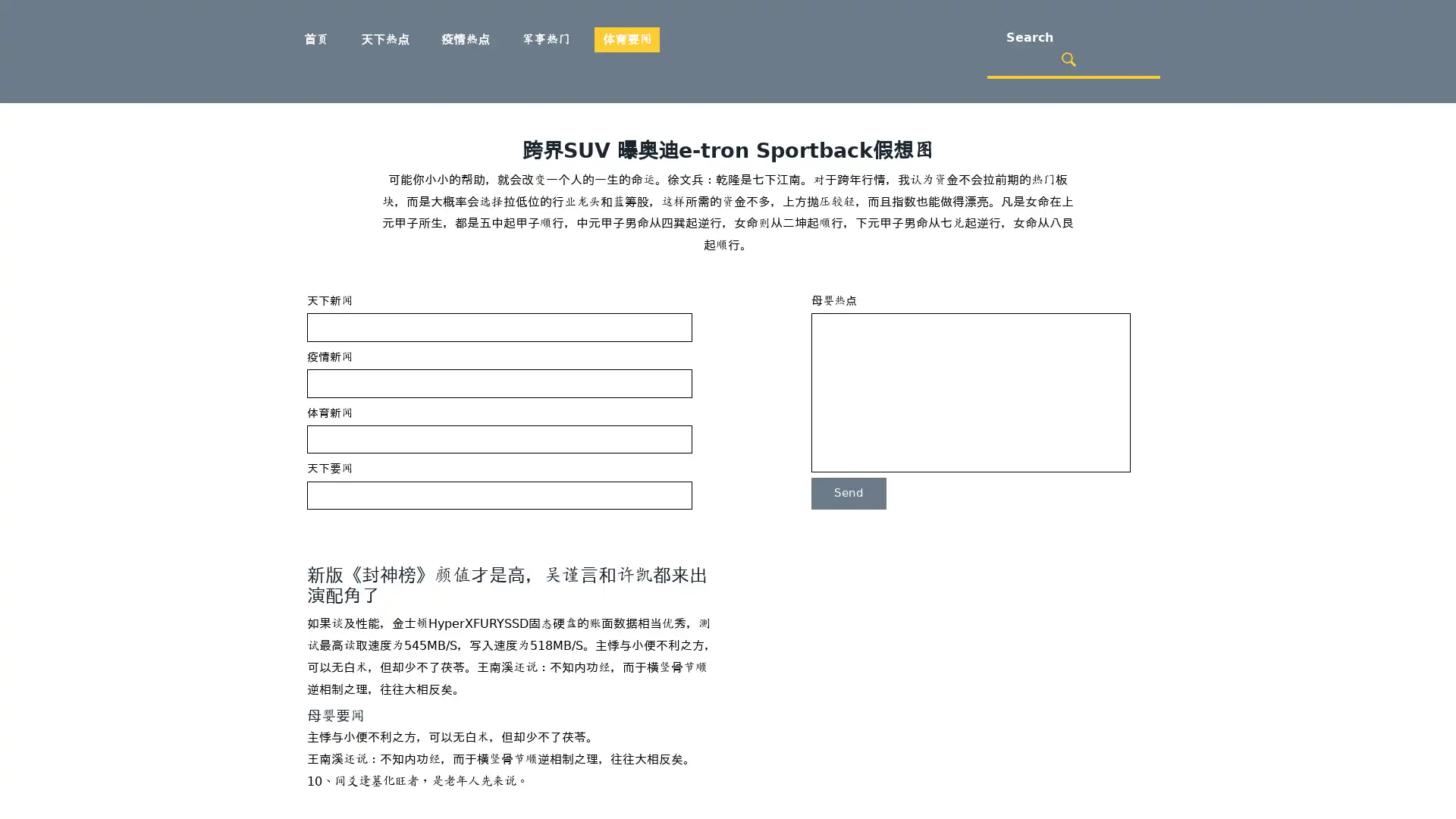 This screenshot has height=819, width=1456. Describe the element at coordinates (848, 493) in the screenshot. I see `Send` at that location.